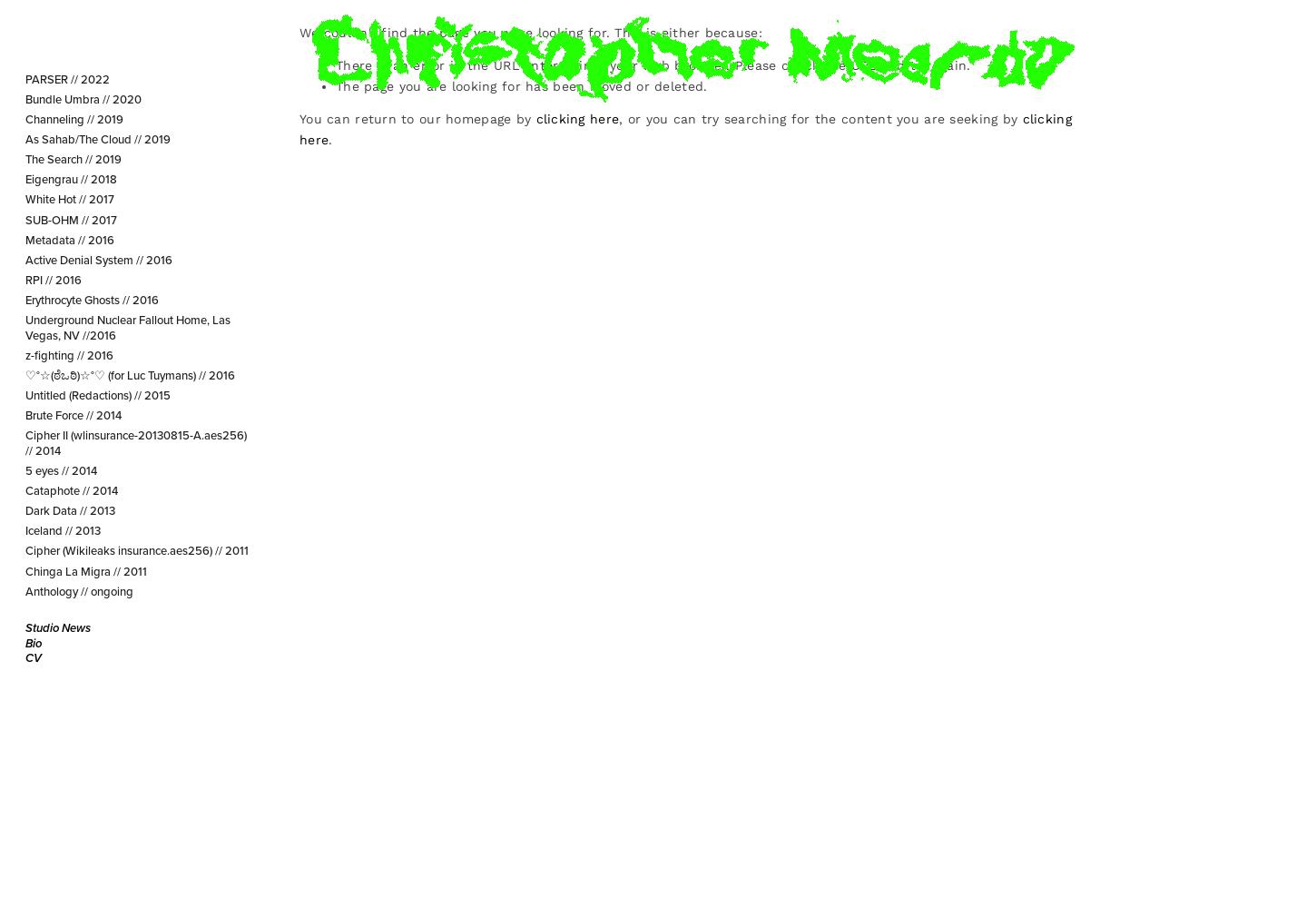  What do you see at coordinates (78, 590) in the screenshot?
I see `'Anthology // ongoing'` at bounding box center [78, 590].